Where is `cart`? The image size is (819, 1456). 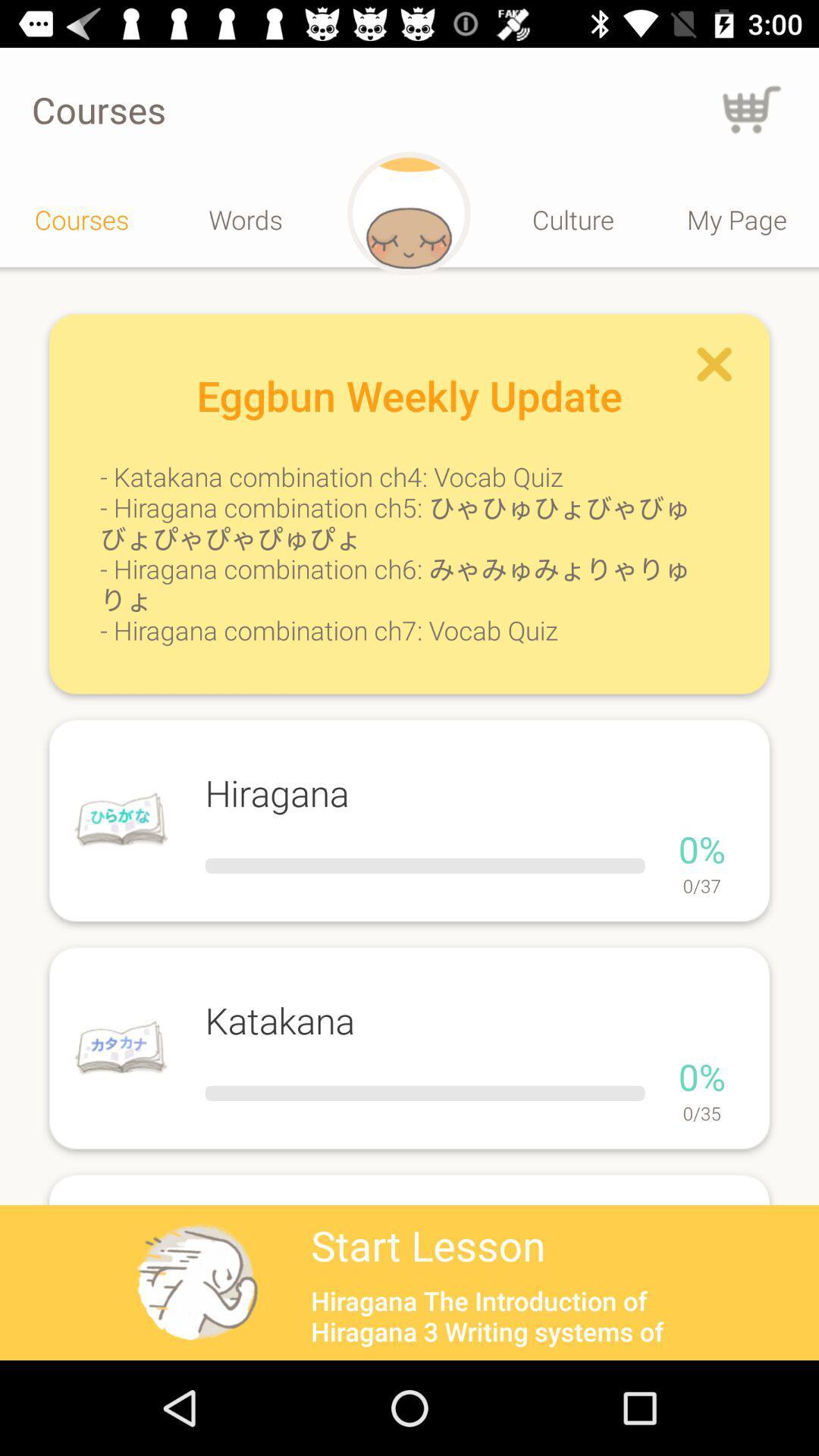 cart is located at coordinates (752, 108).